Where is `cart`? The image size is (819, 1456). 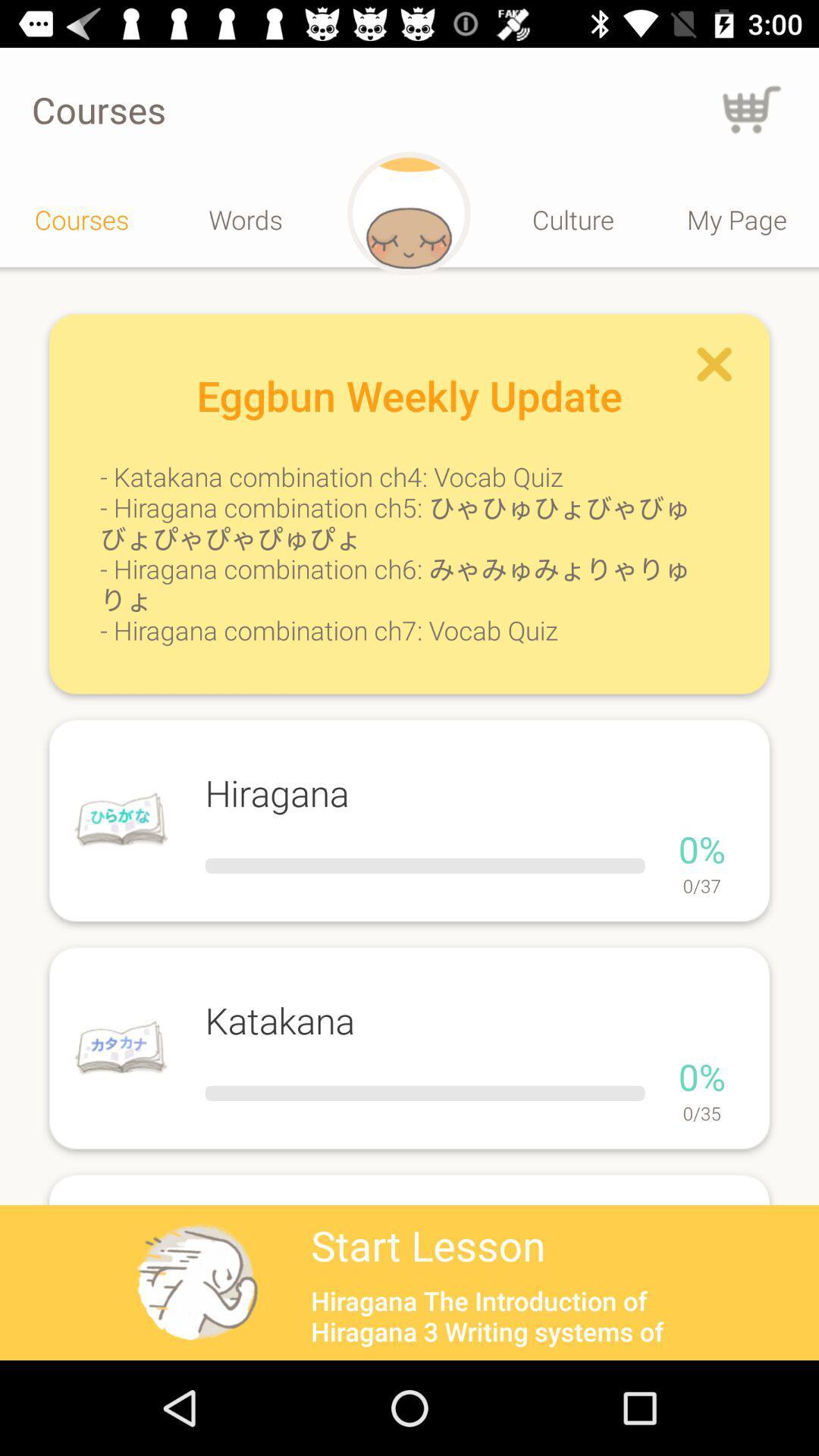 cart is located at coordinates (752, 108).